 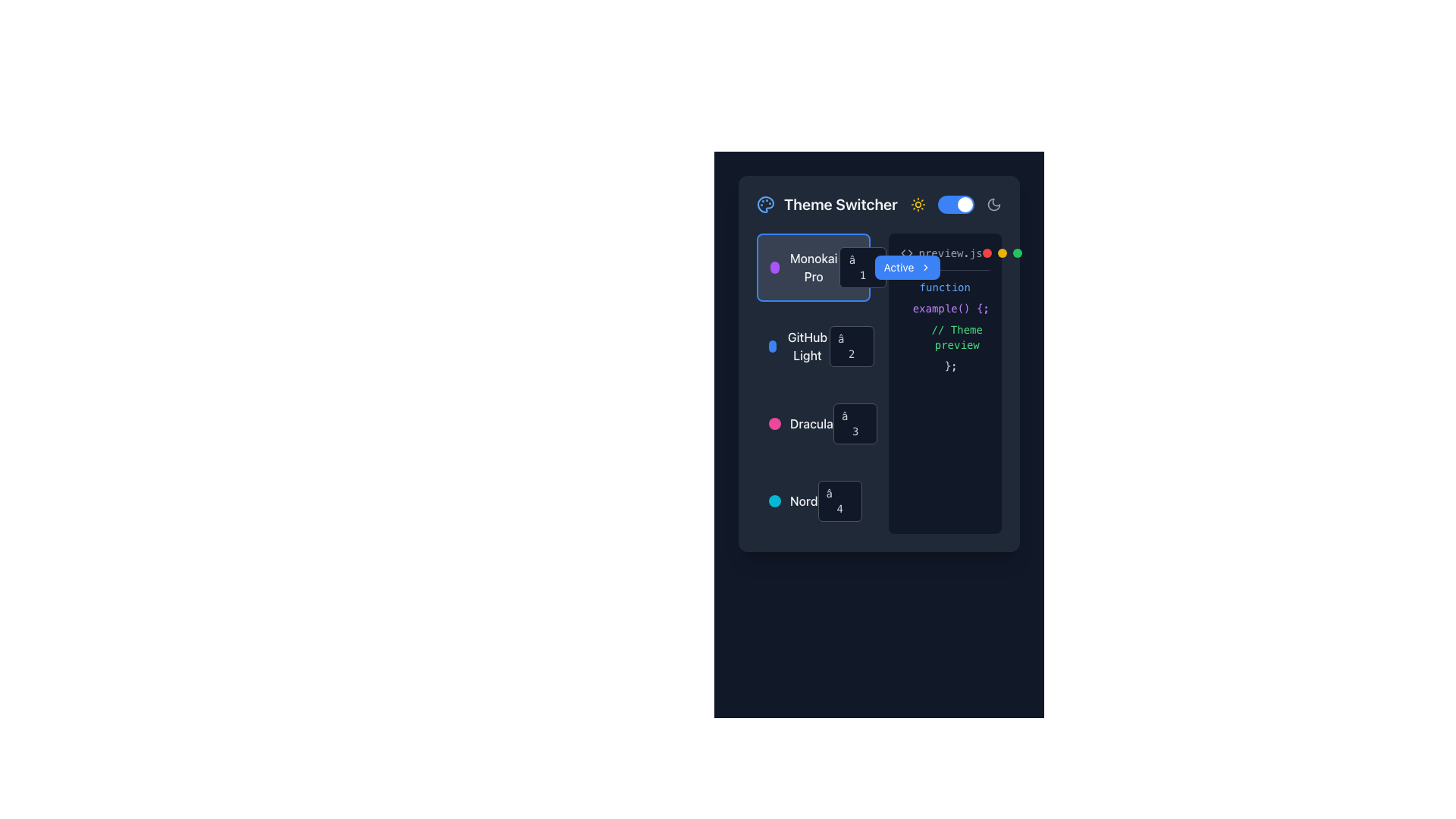 I want to click on the 'GitHub Light' text label element, so click(x=807, y=346).